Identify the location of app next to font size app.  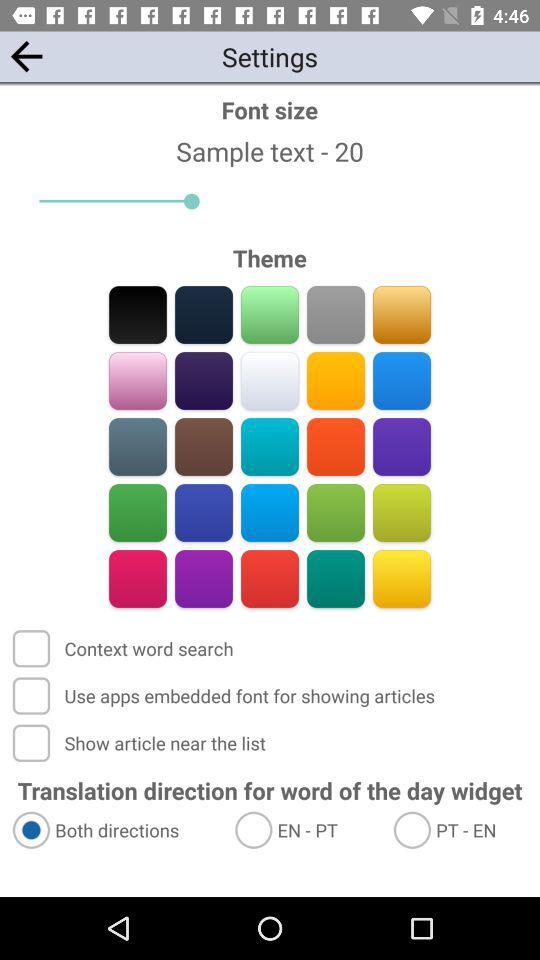
(25, 55).